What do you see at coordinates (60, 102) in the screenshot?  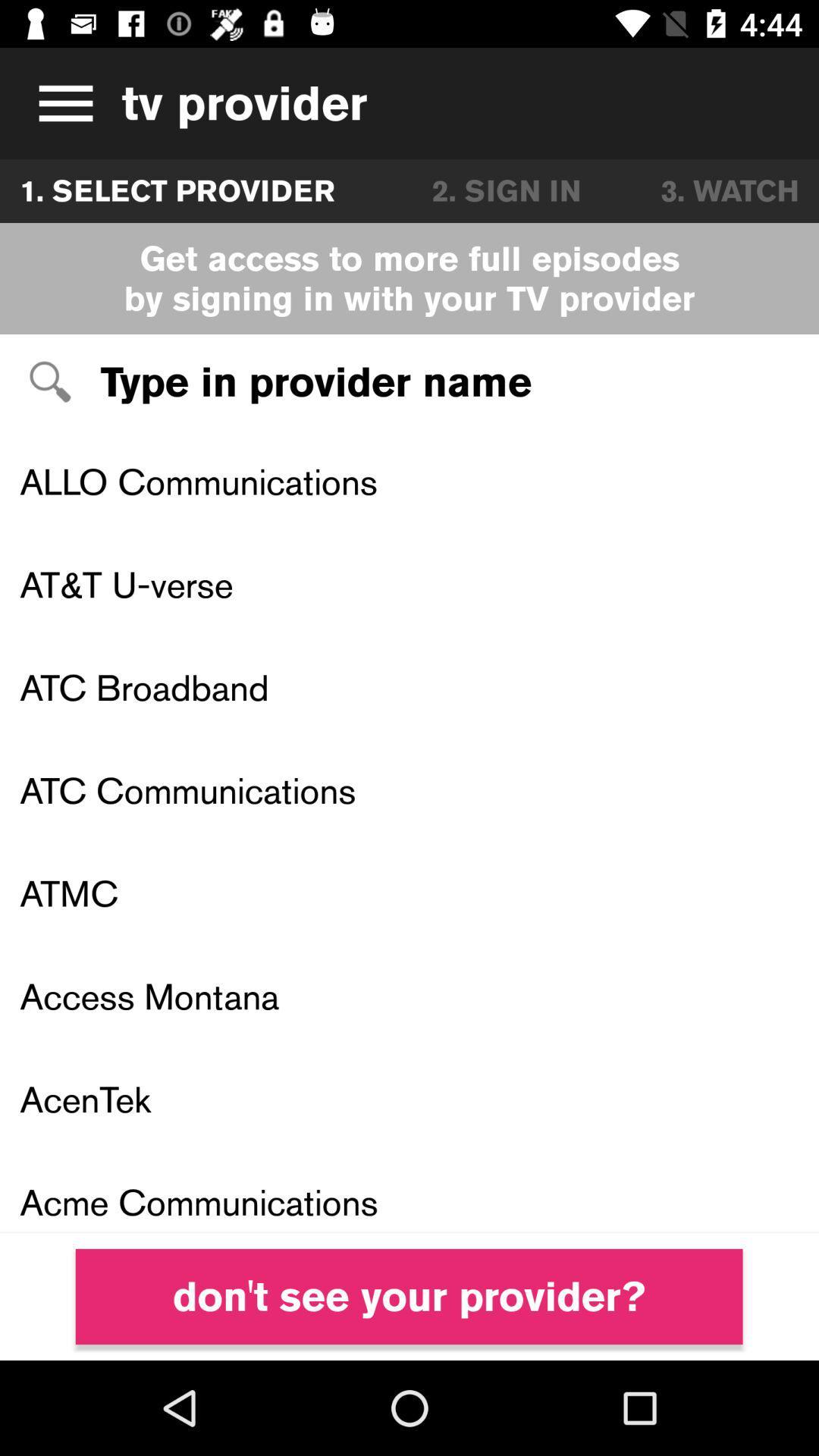 I see `icon to the left of tv provider` at bounding box center [60, 102].